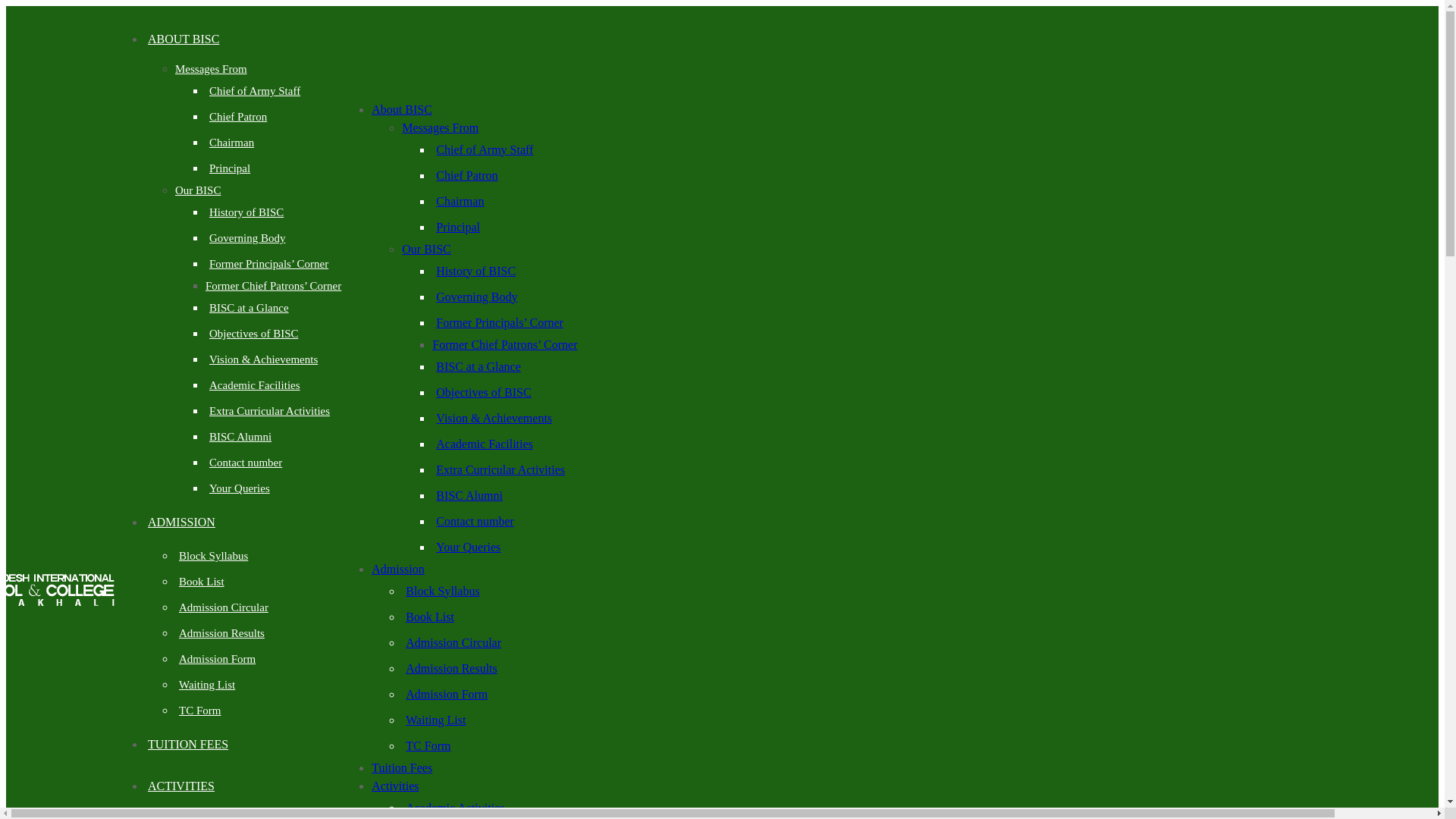 The width and height of the screenshot is (1456, 819). What do you see at coordinates (200, 581) in the screenshot?
I see `'Book List'` at bounding box center [200, 581].